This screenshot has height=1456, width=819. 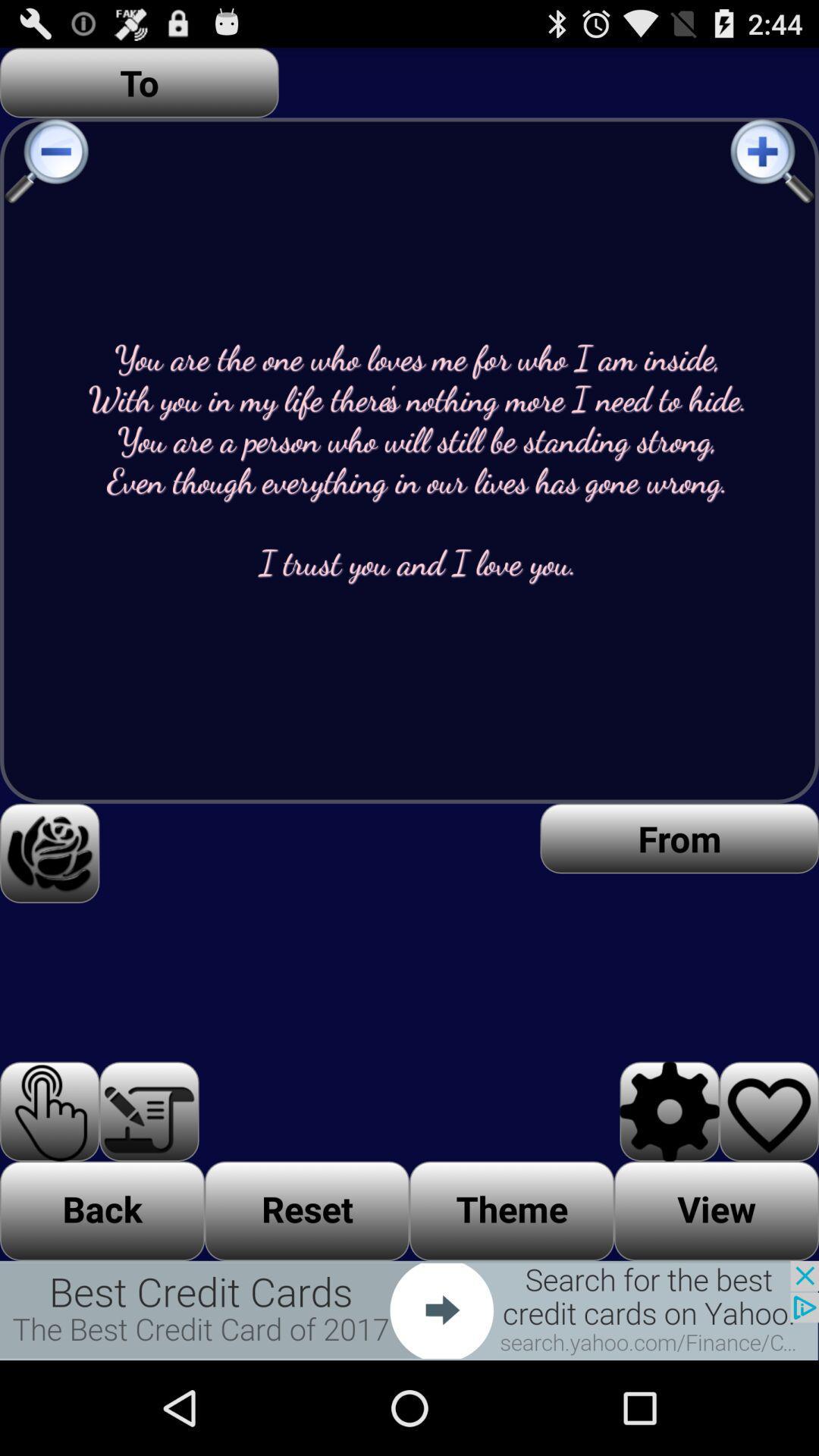 I want to click on the button is next buttons, so click(x=409, y=1310).